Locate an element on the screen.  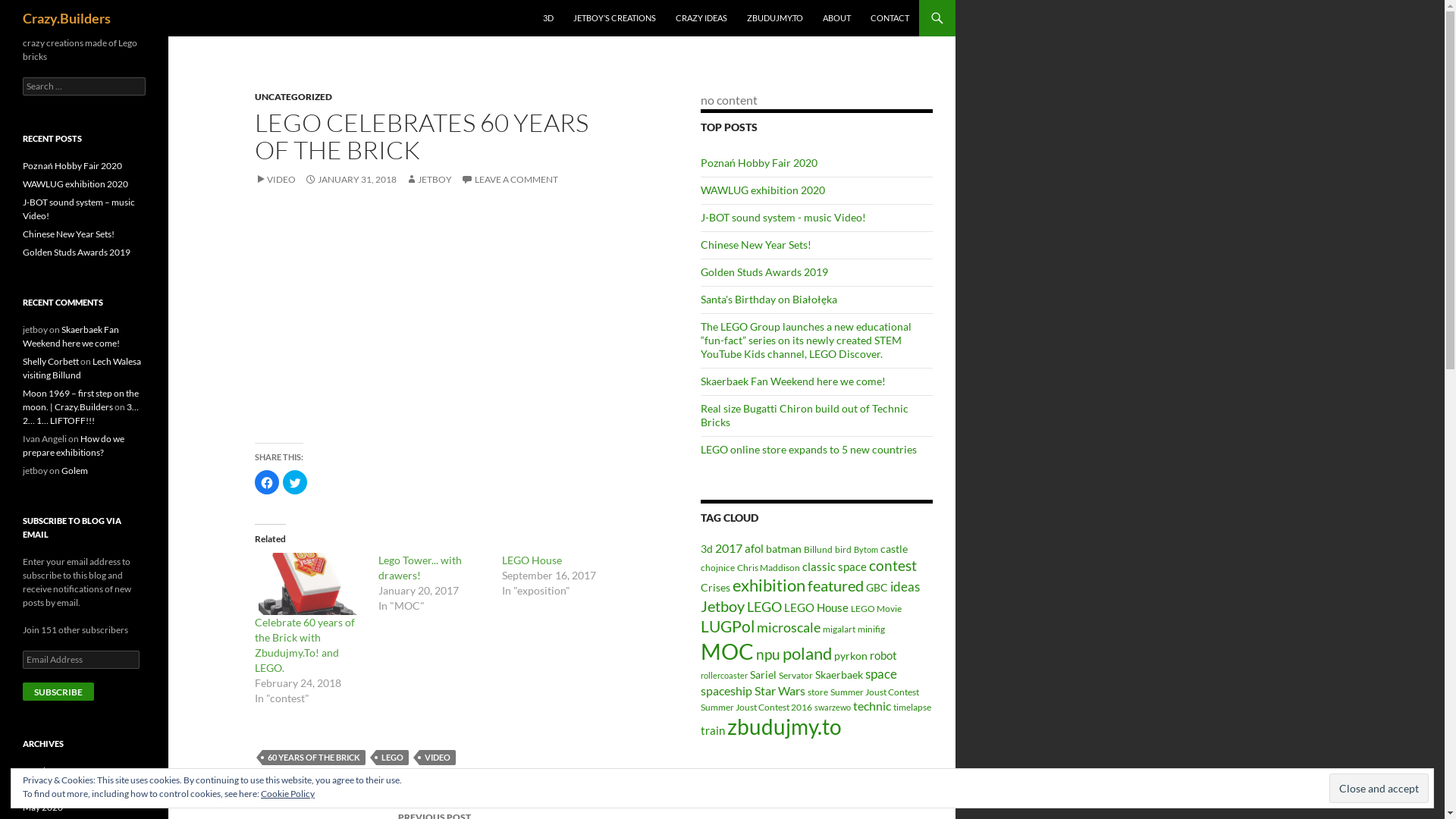
'LUGPol' is located at coordinates (700, 626).